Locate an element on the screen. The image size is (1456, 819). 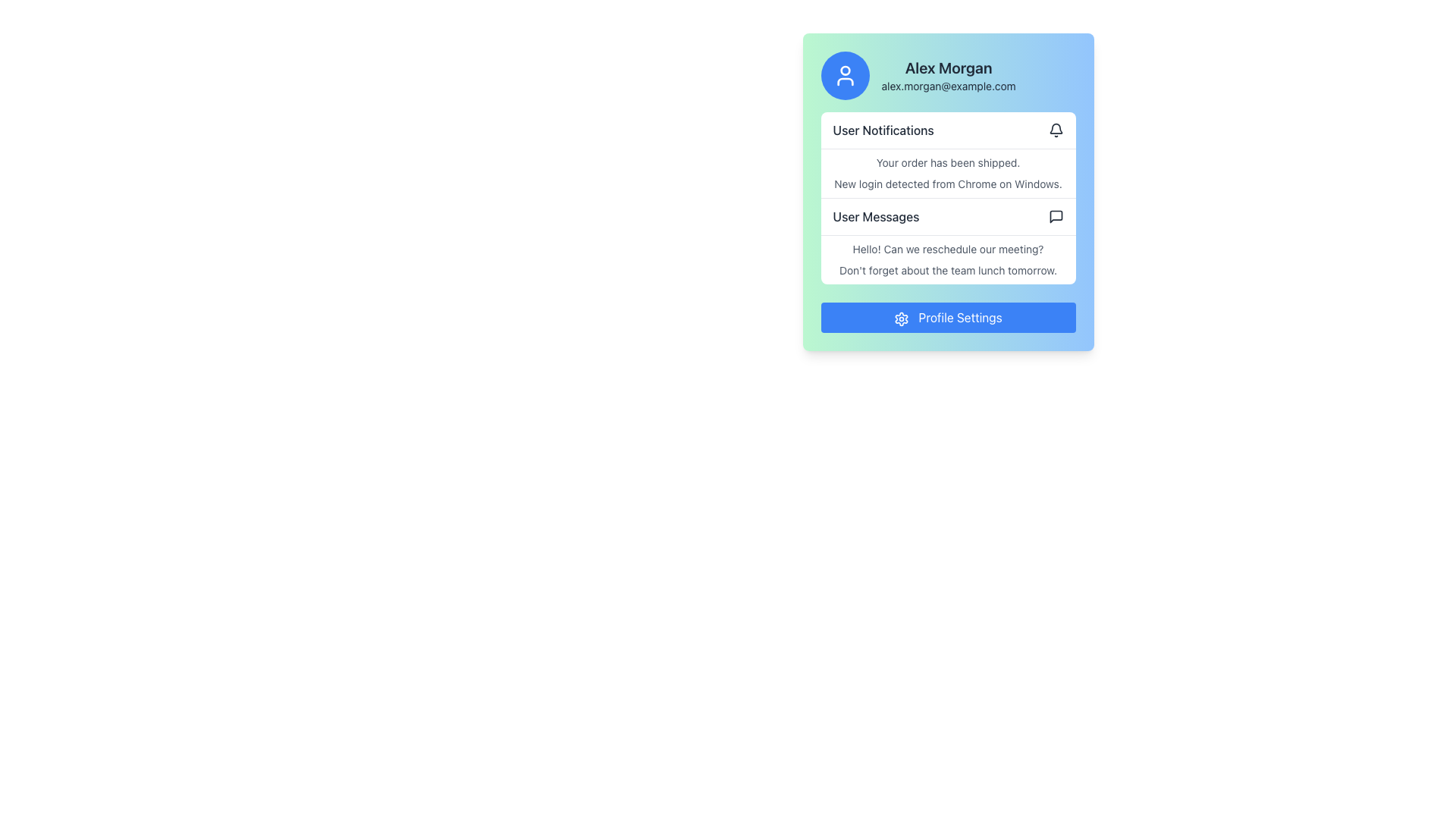
the text label displaying 'alex.morgan@example.com', which is styled in a smaller font and positioned beneath 'Alex Morgan' on the card interface is located at coordinates (948, 86).